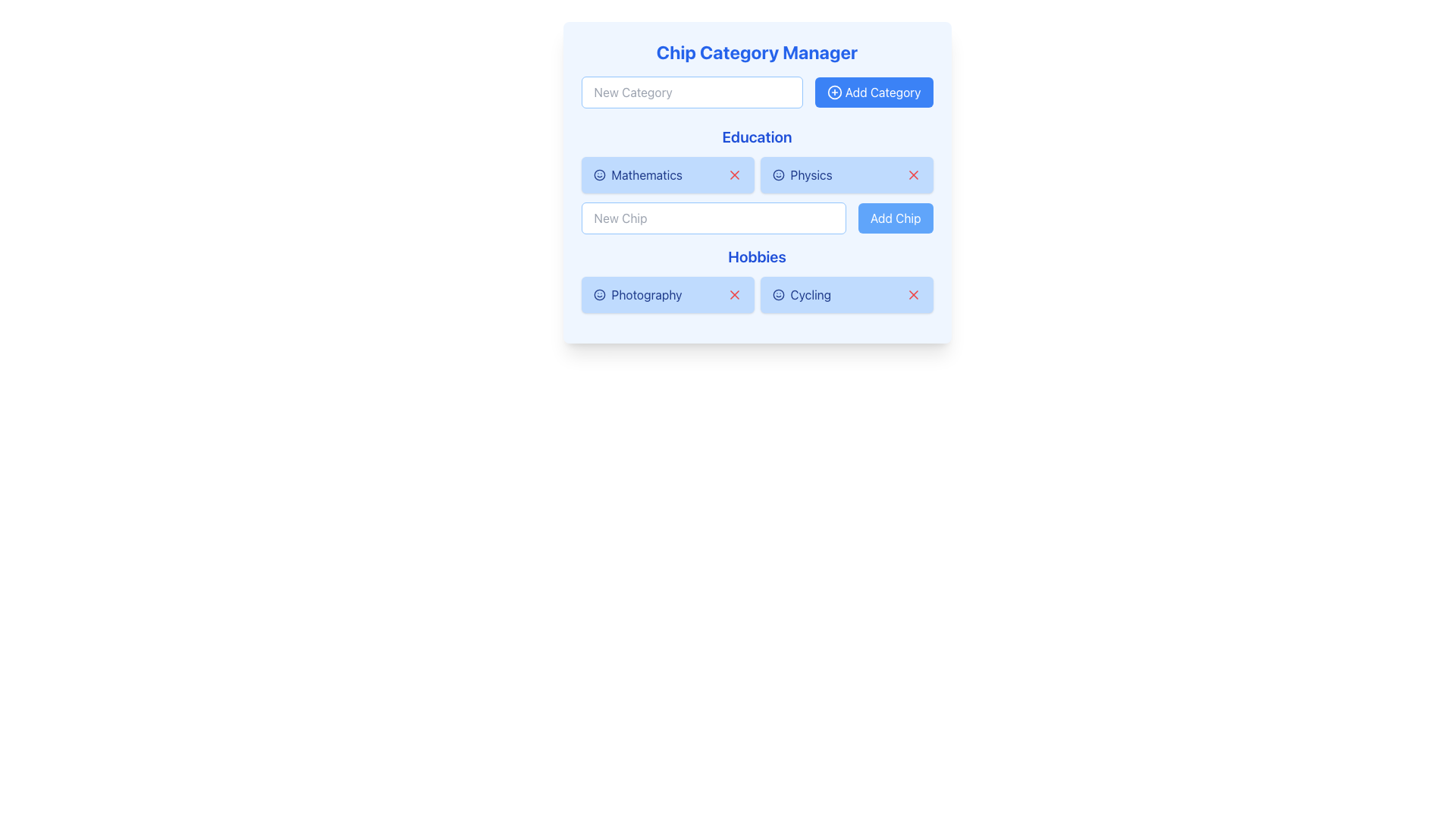 The image size is (1456, 819). What do you see at coordinates (912, 295) in the screenshot?
I see `the 'X' shaped icon at the bottom-right corner of the card labeled 'Cycling' under the 'Hobbies' section` at bounding box center [912, 295].